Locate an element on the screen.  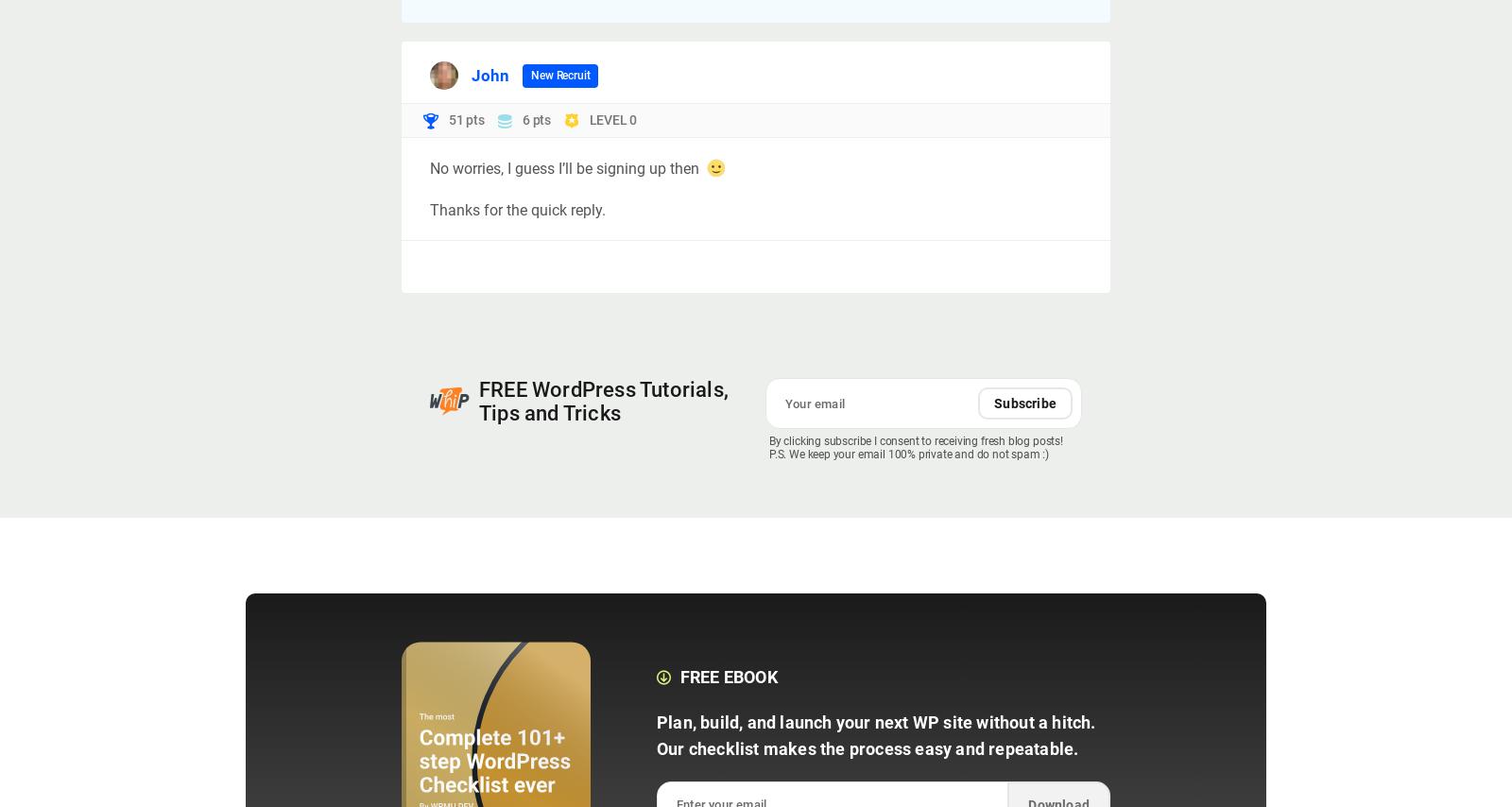
'Thanks for the quick reply.' is located at coordinates (517, 210).